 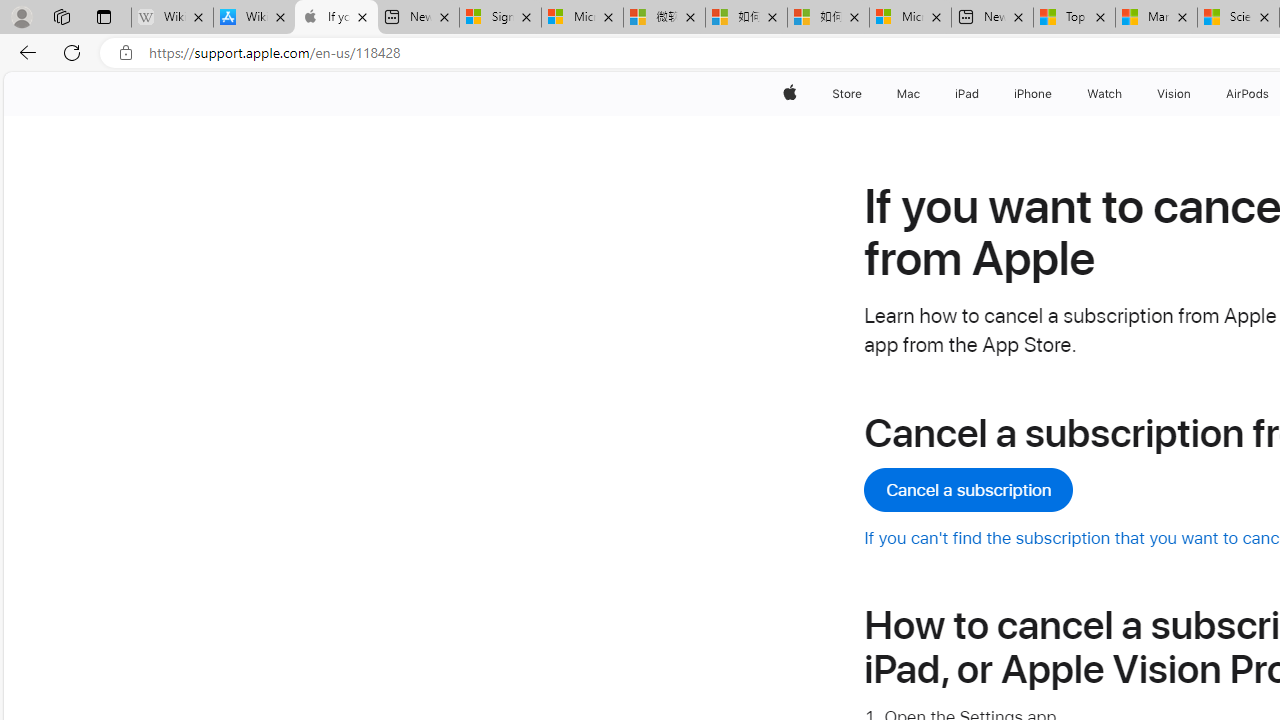 I want to click on 'View site information', so click(x=125, y=52).